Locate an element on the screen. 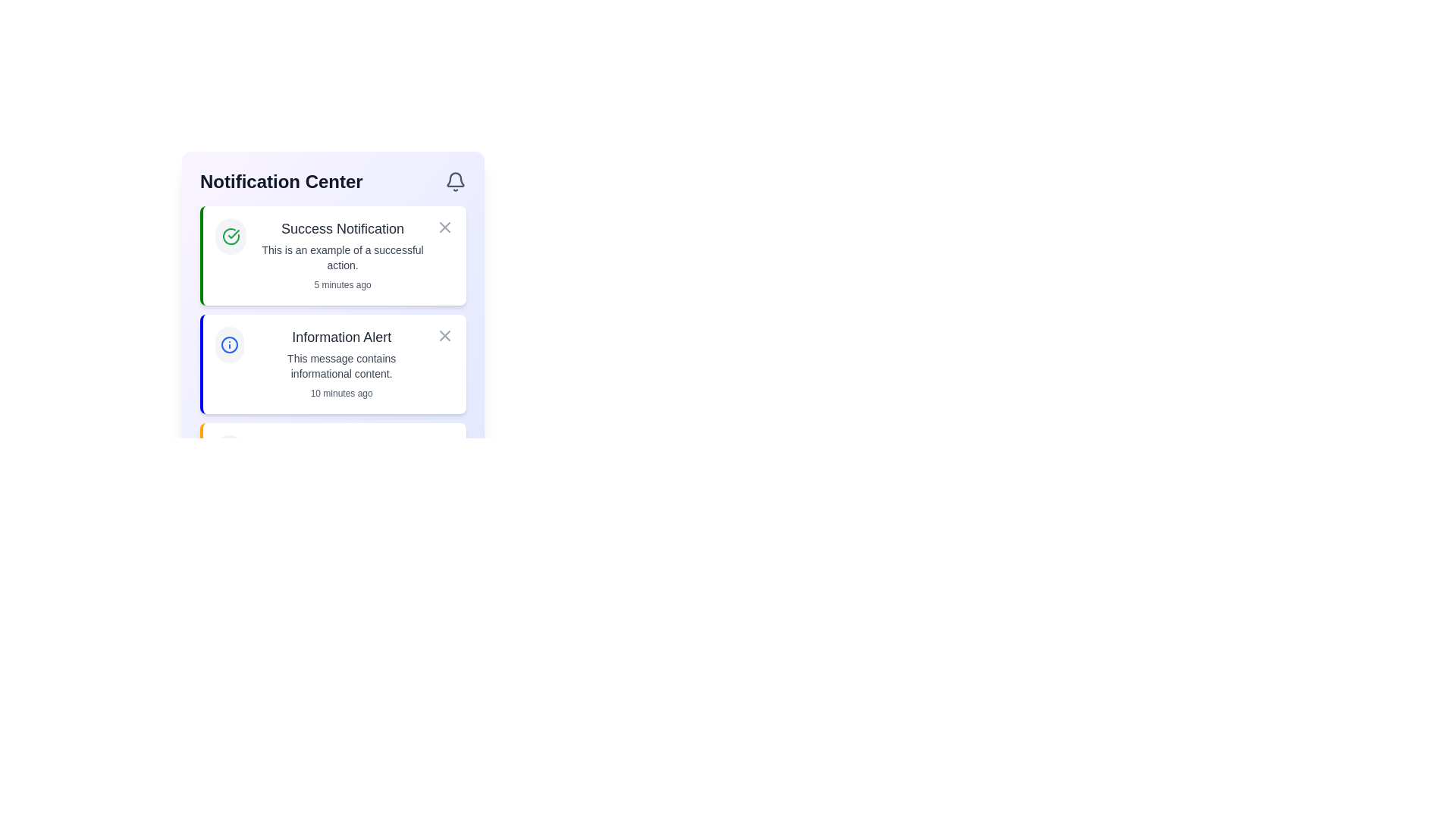  the close button represented by an 'X' symbol located in the upper-right corner of the 'Success Notification' card for accessibility interactions is located at coordinates (444, 227).